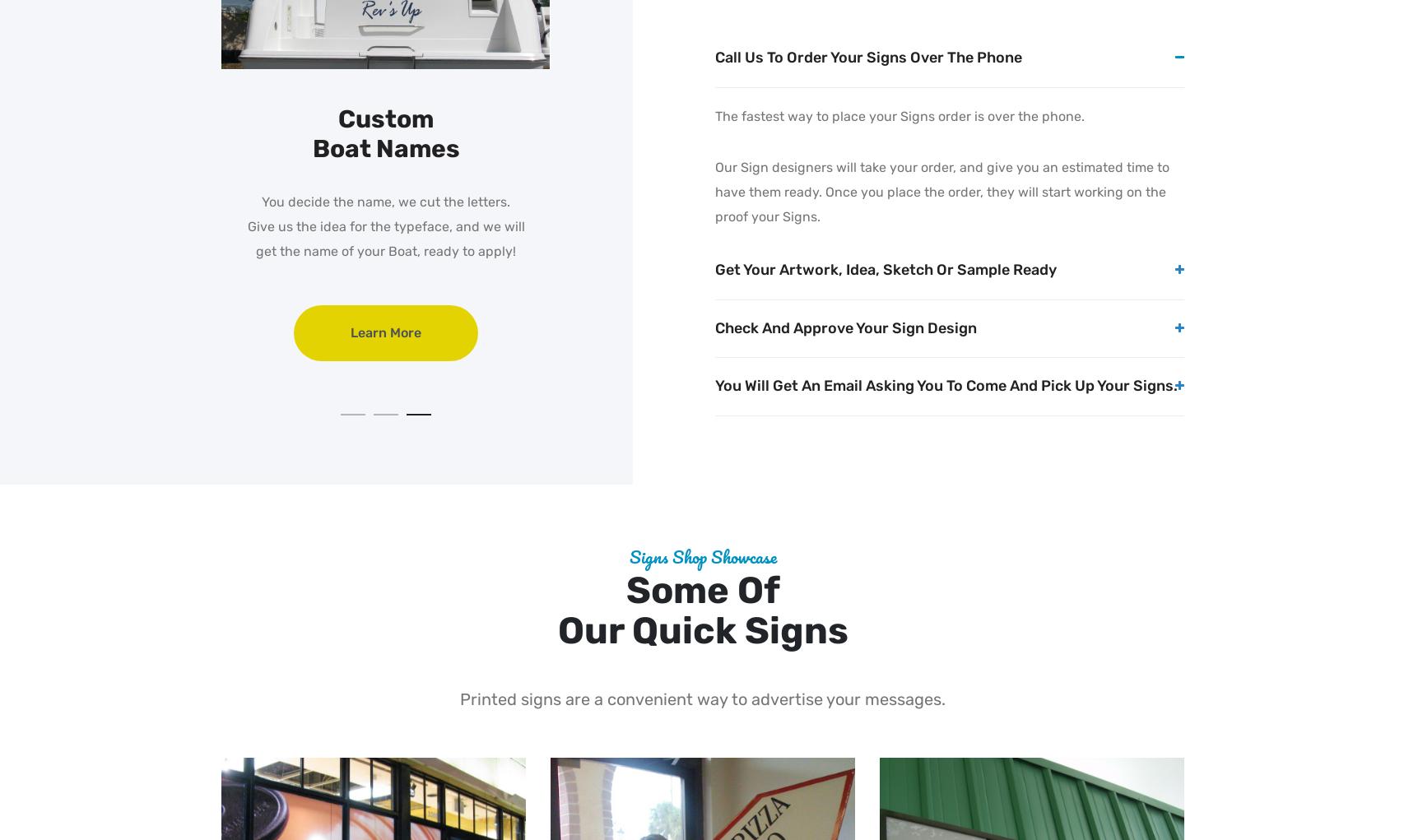 The image size is (1418, 840). Describe the element at coordinates (702, 630) in the screenshot. I see `'our Quick Signs'` at that location.